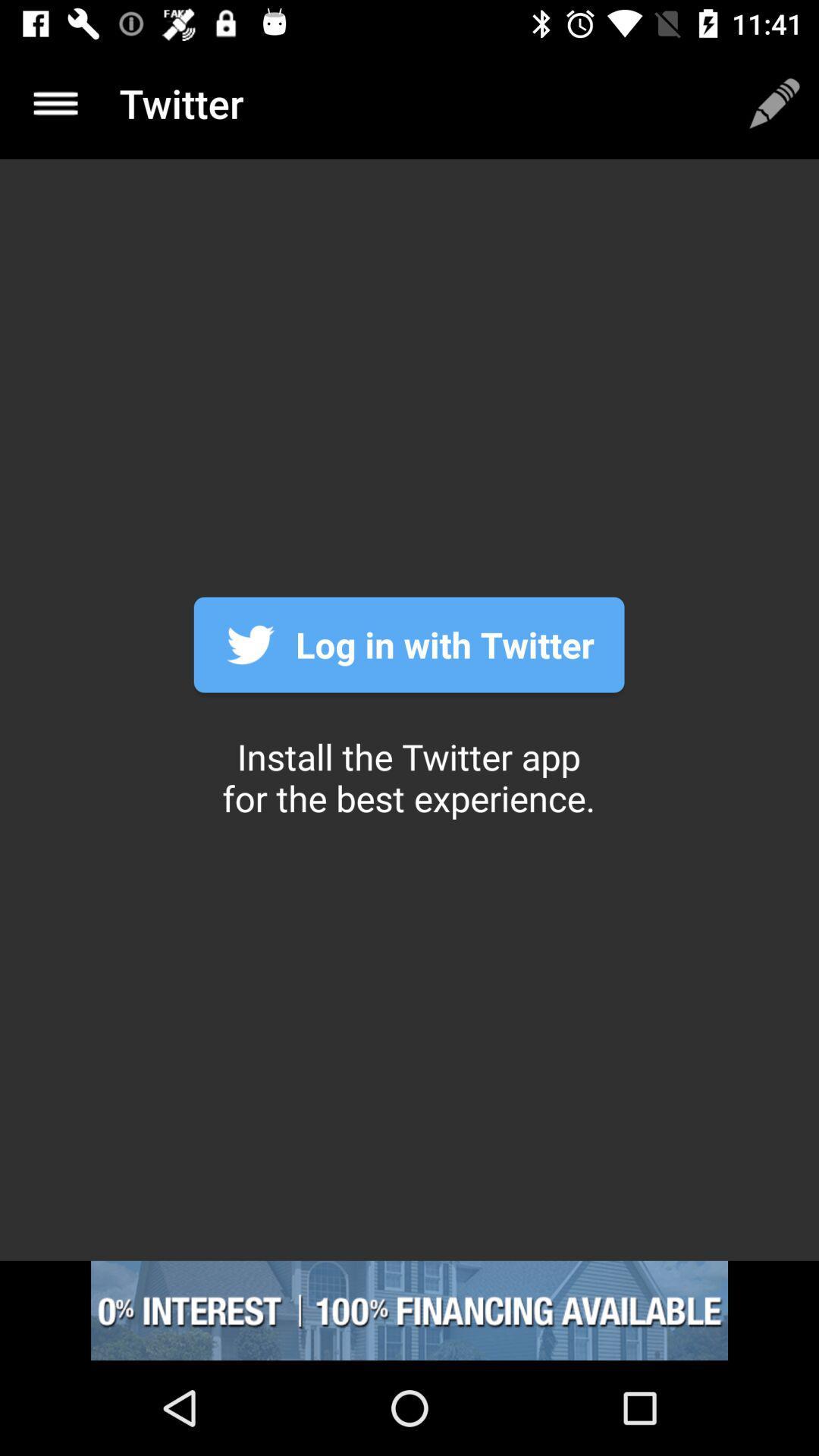 The height and width of the screenshot is (1456, 819). What do you see at coordinates (55, 102) in the screenshot?
I see `the menu icon` at bounding box center [55, 102].